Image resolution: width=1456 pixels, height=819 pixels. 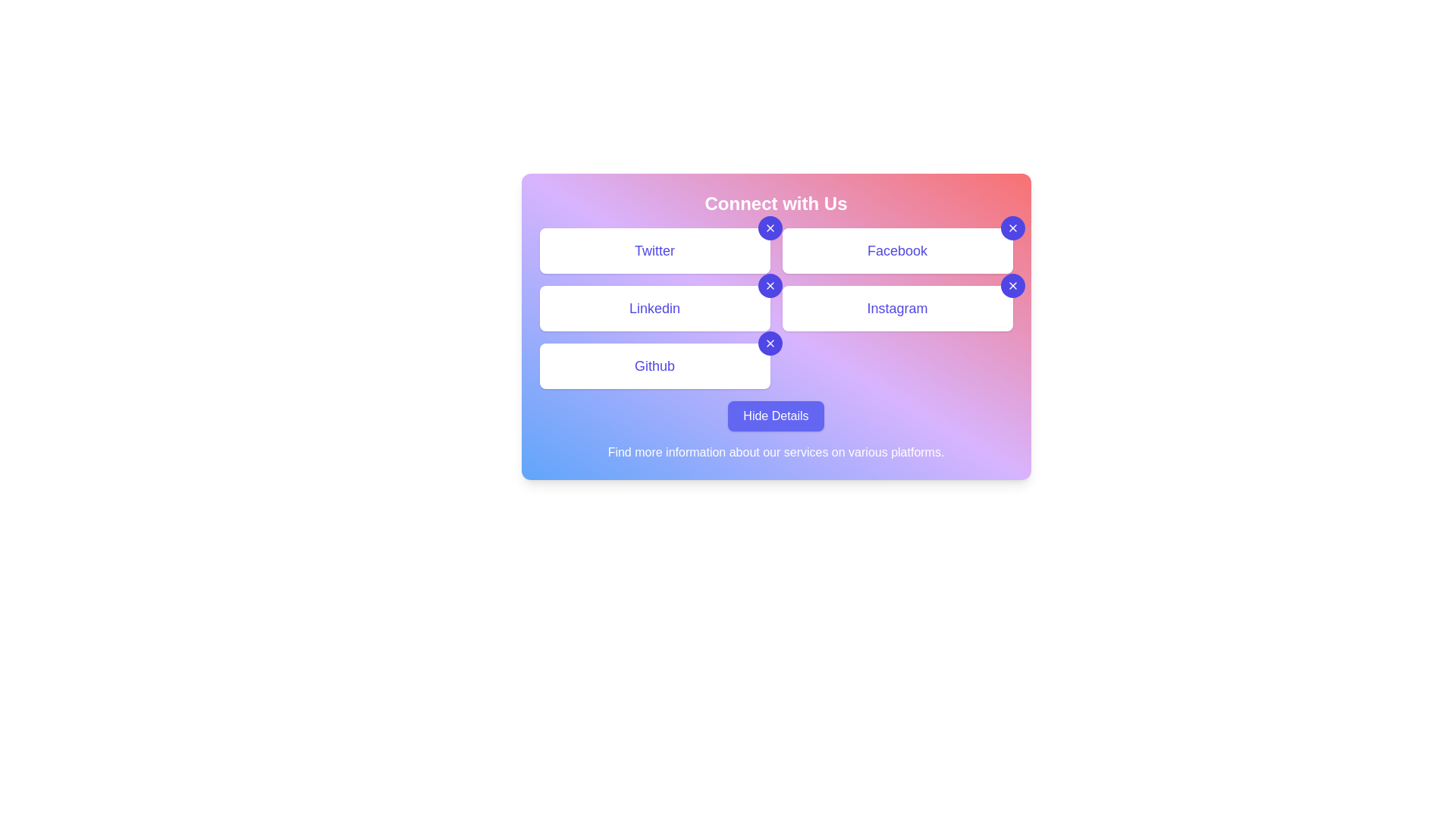 I want to click on or read the 'Twitter' label on the white rounded rectangle card located in the top-left corner of the grid layout, so click(x=654, y=250).